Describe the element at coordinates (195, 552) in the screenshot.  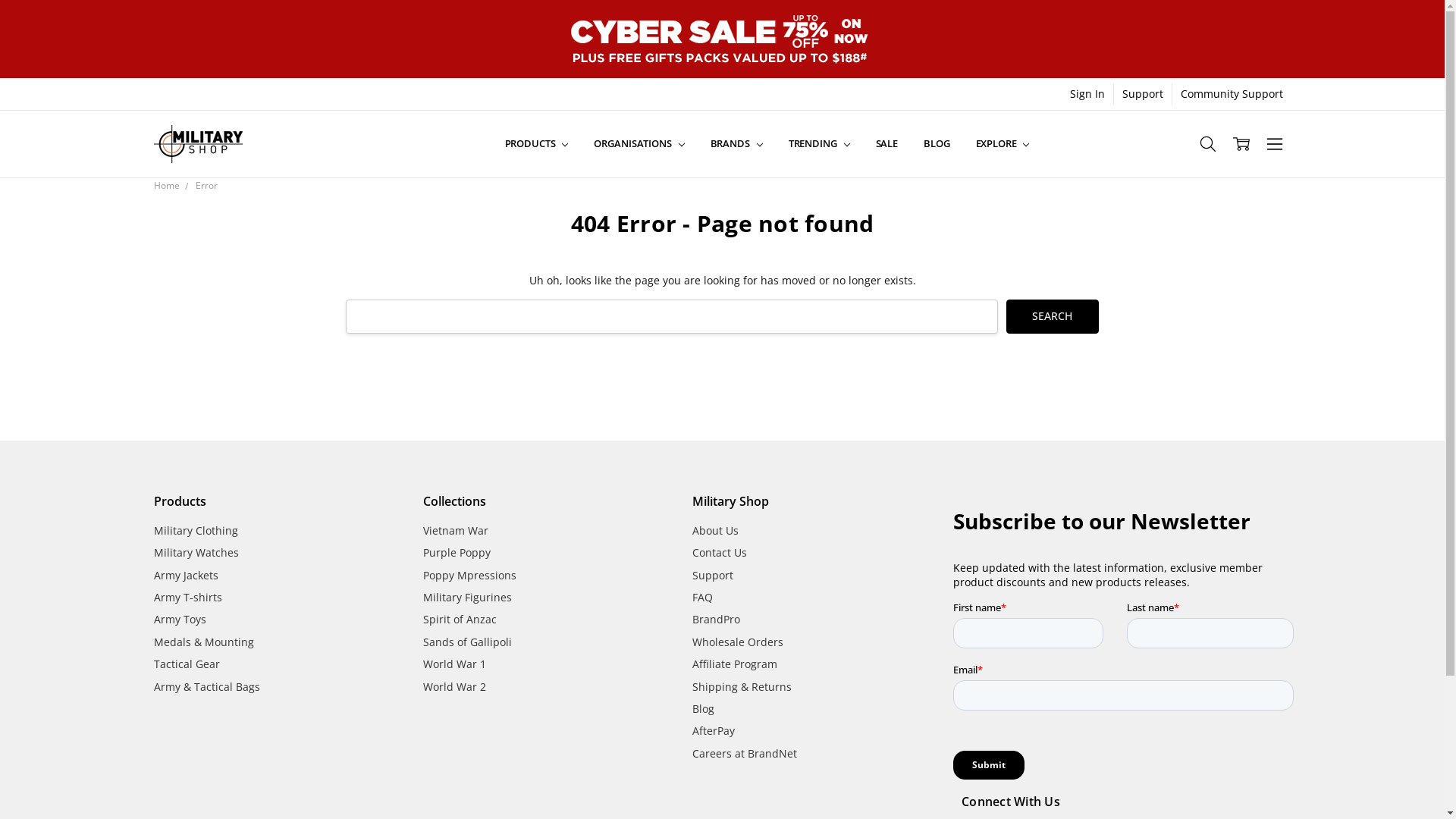
I see `'Military Watches'` at that location.